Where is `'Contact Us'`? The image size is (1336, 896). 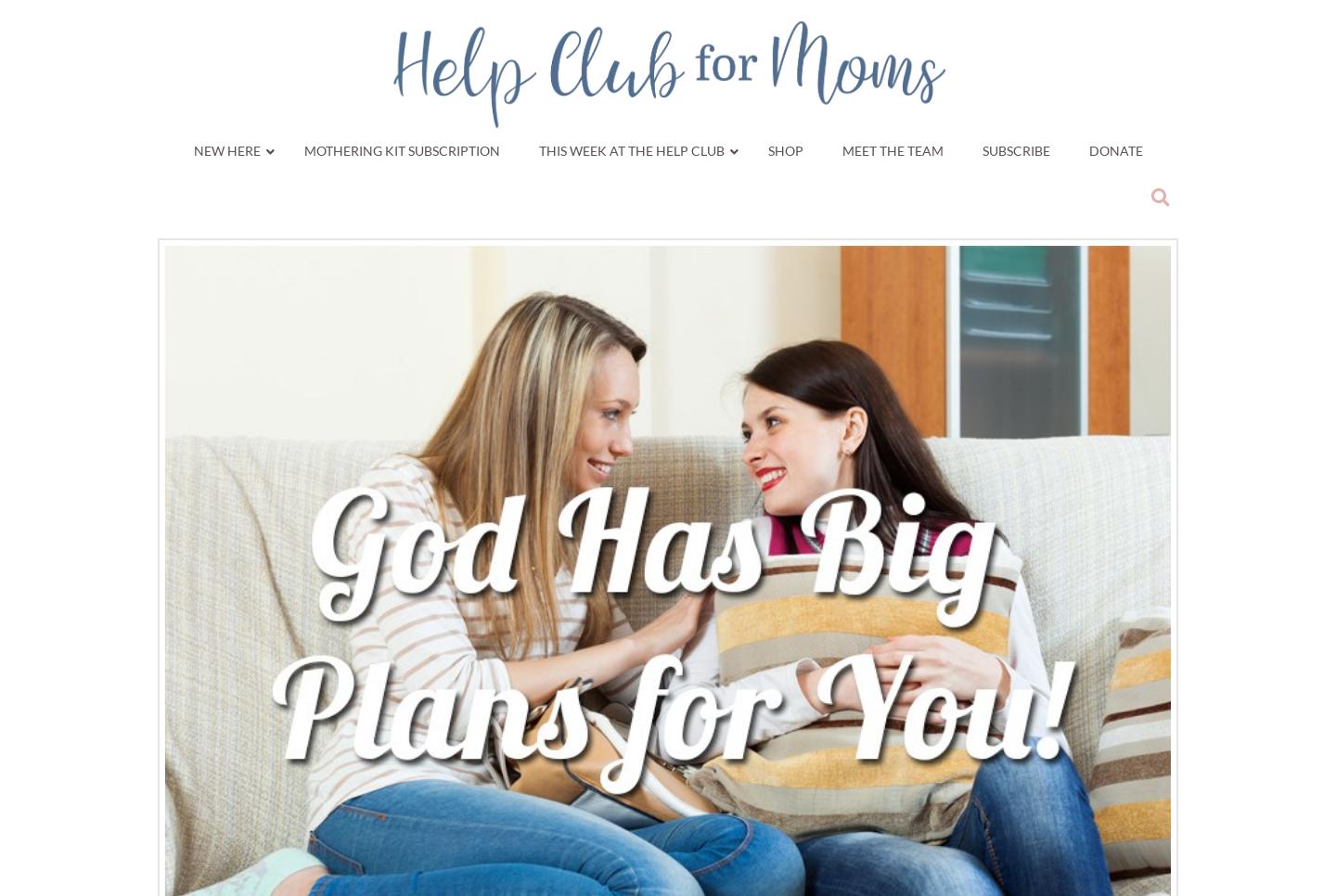
'Contact Us' is located at coordinates (581, 408).